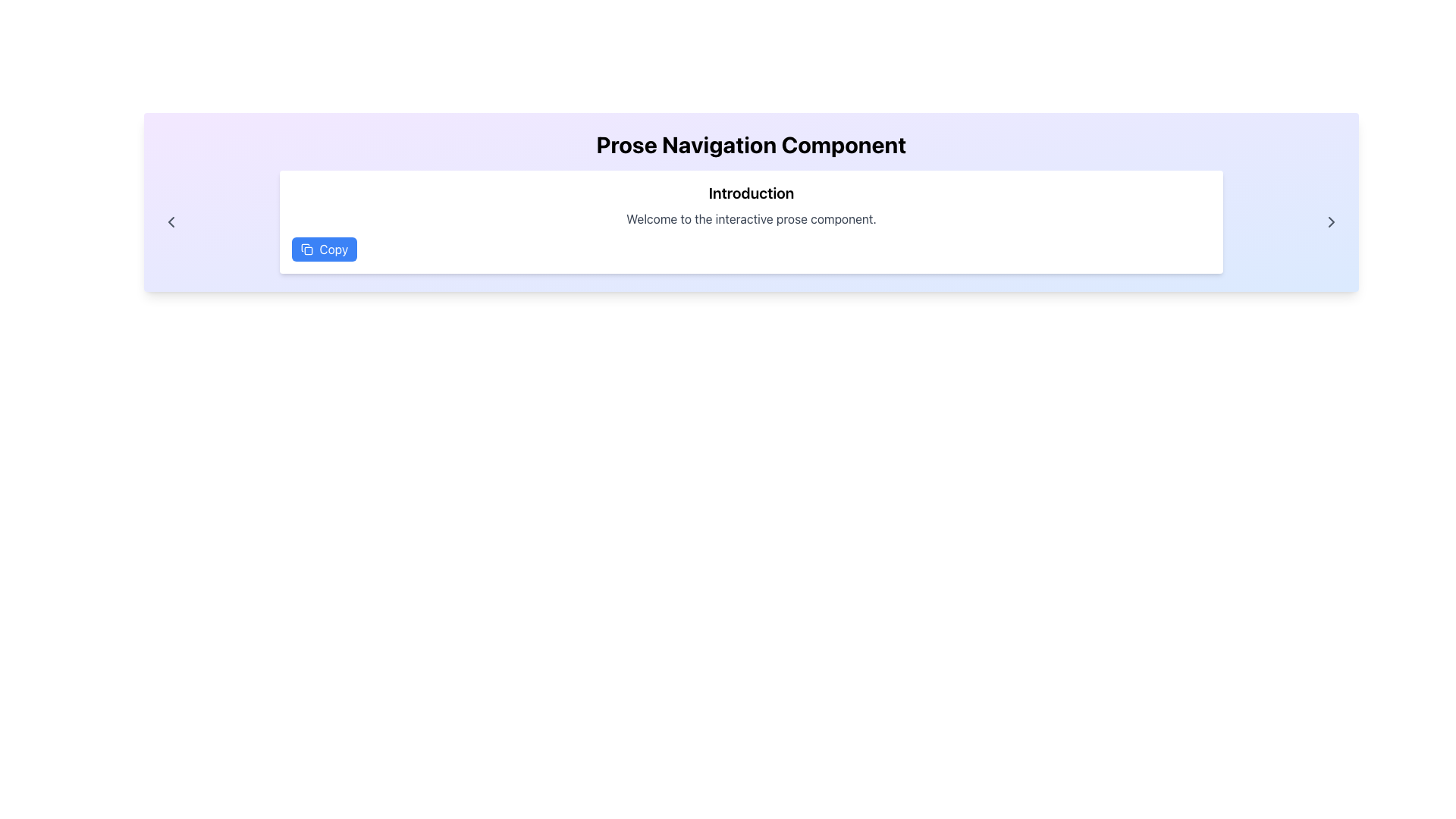 The width and height of the screenshot is (1456, 819). I want to click on the right-pointing chevron icon located on the far right of the header section within the Prose Navigation Component, so click(1331, 222).